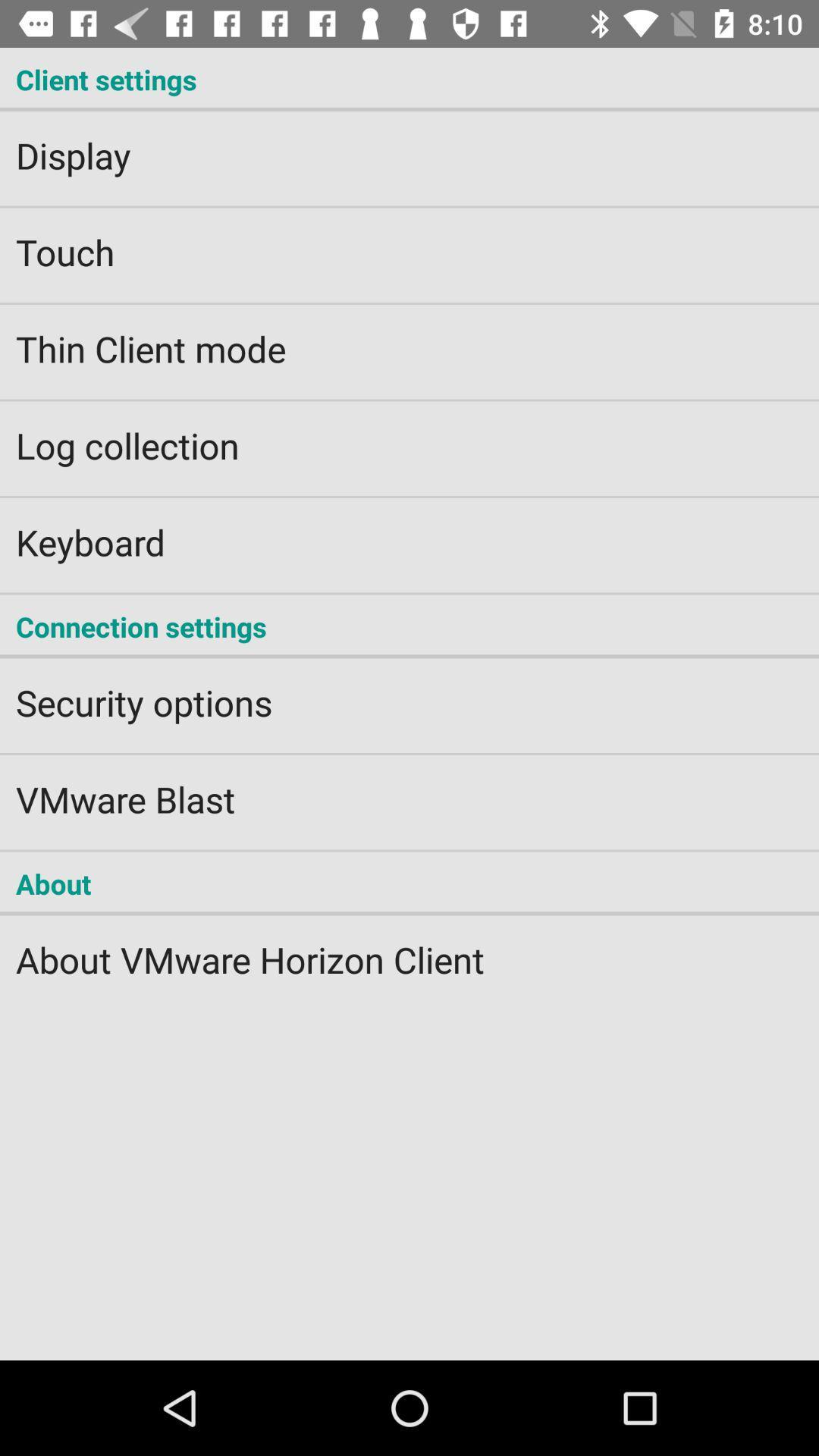  Describe the element at coordinates (409, 949) in the screenshot. I see `the item below the about app` at that location.